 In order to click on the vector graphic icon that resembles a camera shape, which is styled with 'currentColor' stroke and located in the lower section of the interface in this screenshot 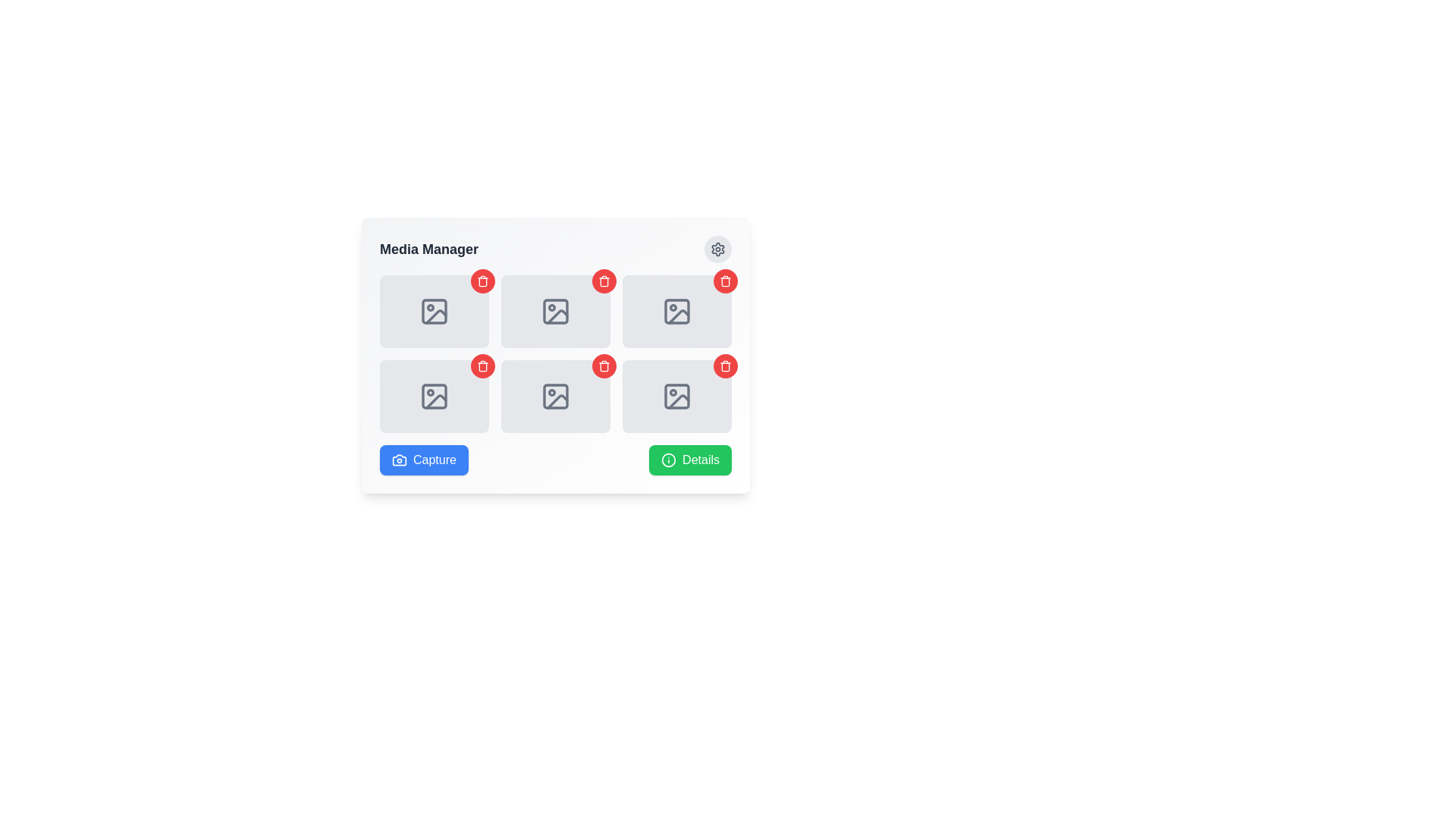, I will do `click(400, 459)`.